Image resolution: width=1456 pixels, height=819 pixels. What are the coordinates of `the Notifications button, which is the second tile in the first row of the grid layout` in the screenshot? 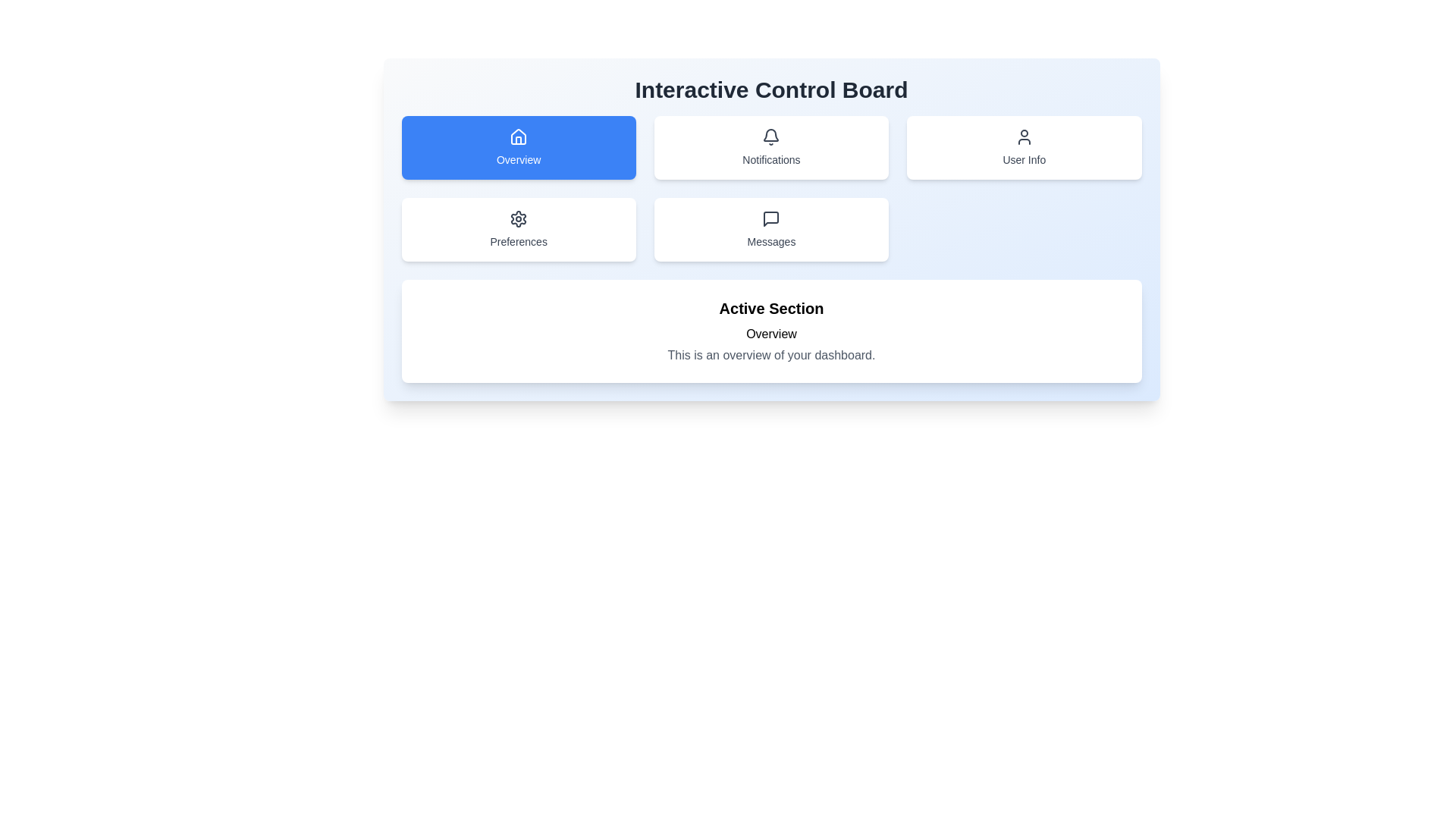 It's located at (771, 148).